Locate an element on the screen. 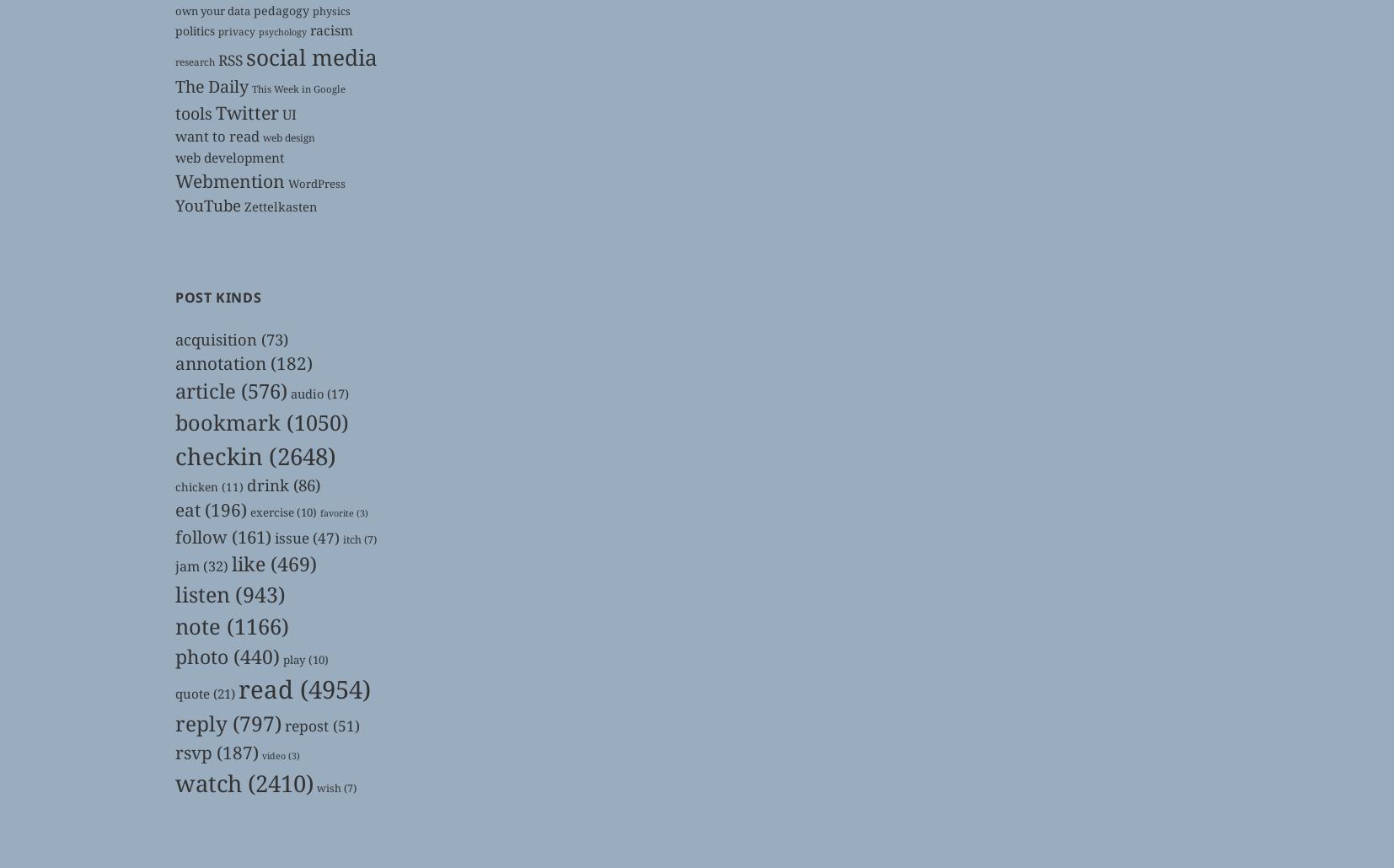 This screenshot has width=1394, height=868. '(1050)' is located at coordinates (279, 420).